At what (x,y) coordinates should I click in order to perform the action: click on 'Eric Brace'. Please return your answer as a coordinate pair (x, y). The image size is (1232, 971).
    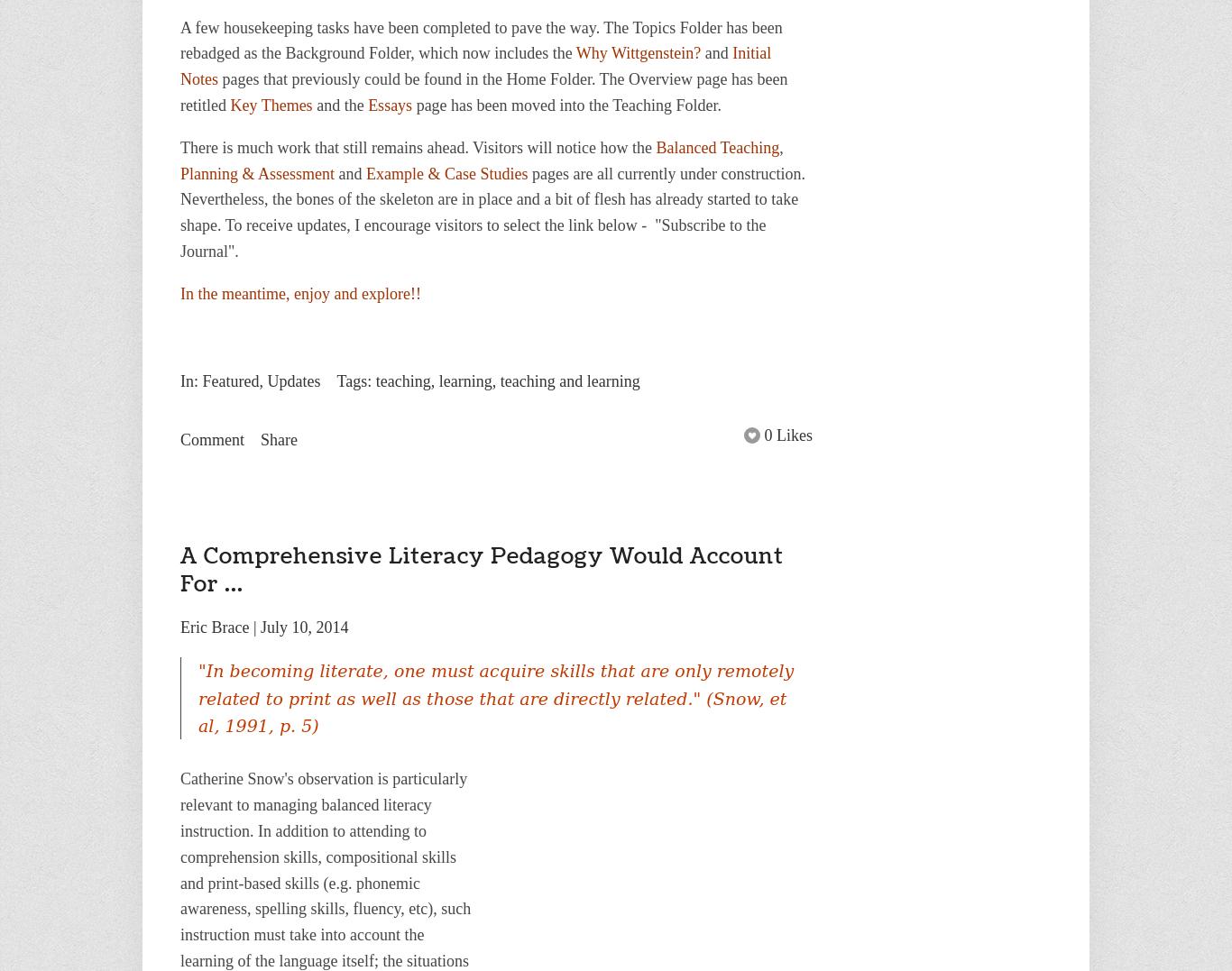
    Looking at the image, I should click on (179, 626).